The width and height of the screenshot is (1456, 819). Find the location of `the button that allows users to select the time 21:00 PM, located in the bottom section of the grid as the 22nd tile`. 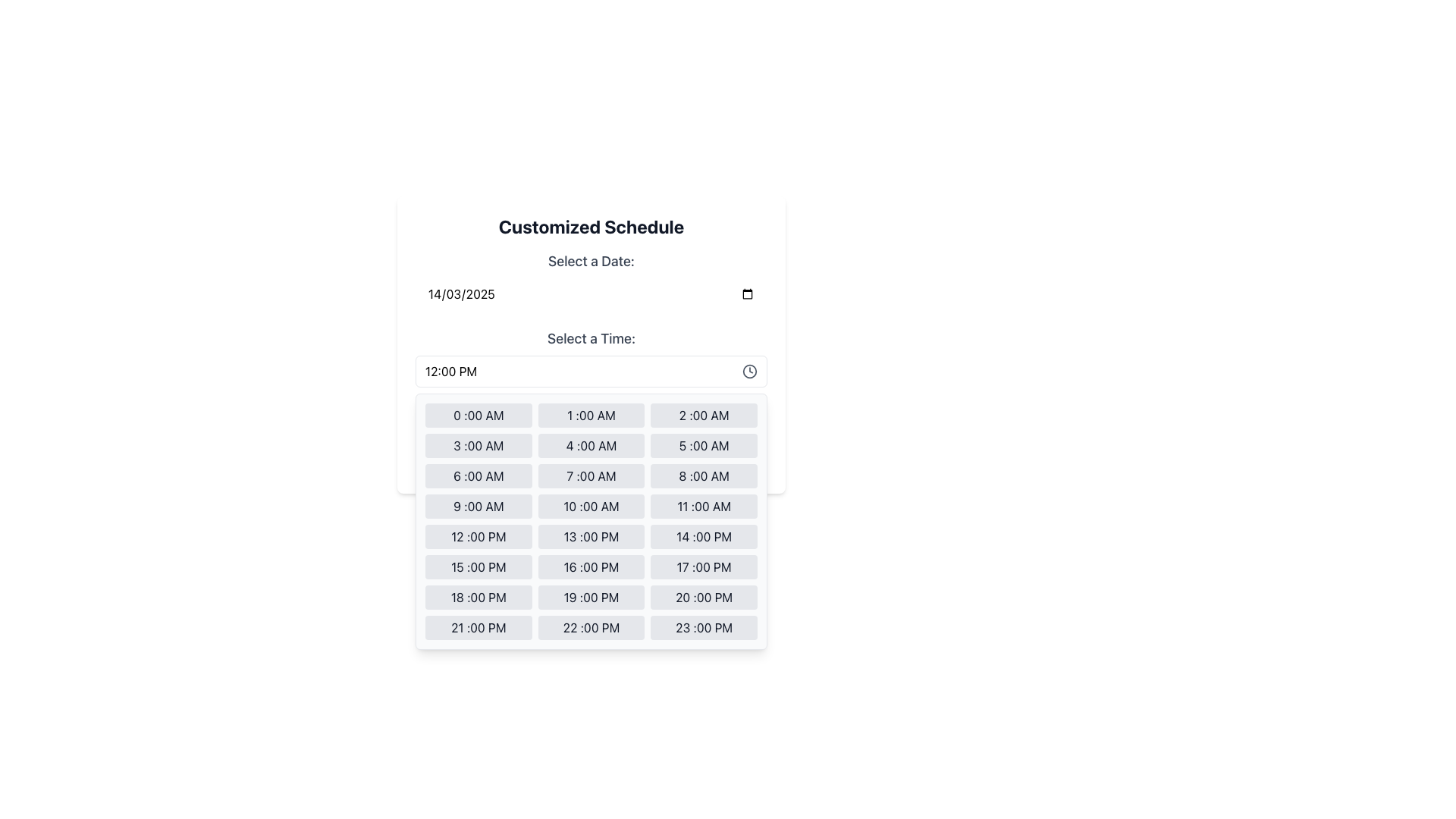

the button that allows users to select the time 21:00 PM, located in the bottom section of the grid as the 22nd tile is located at coordinates (478, 628).